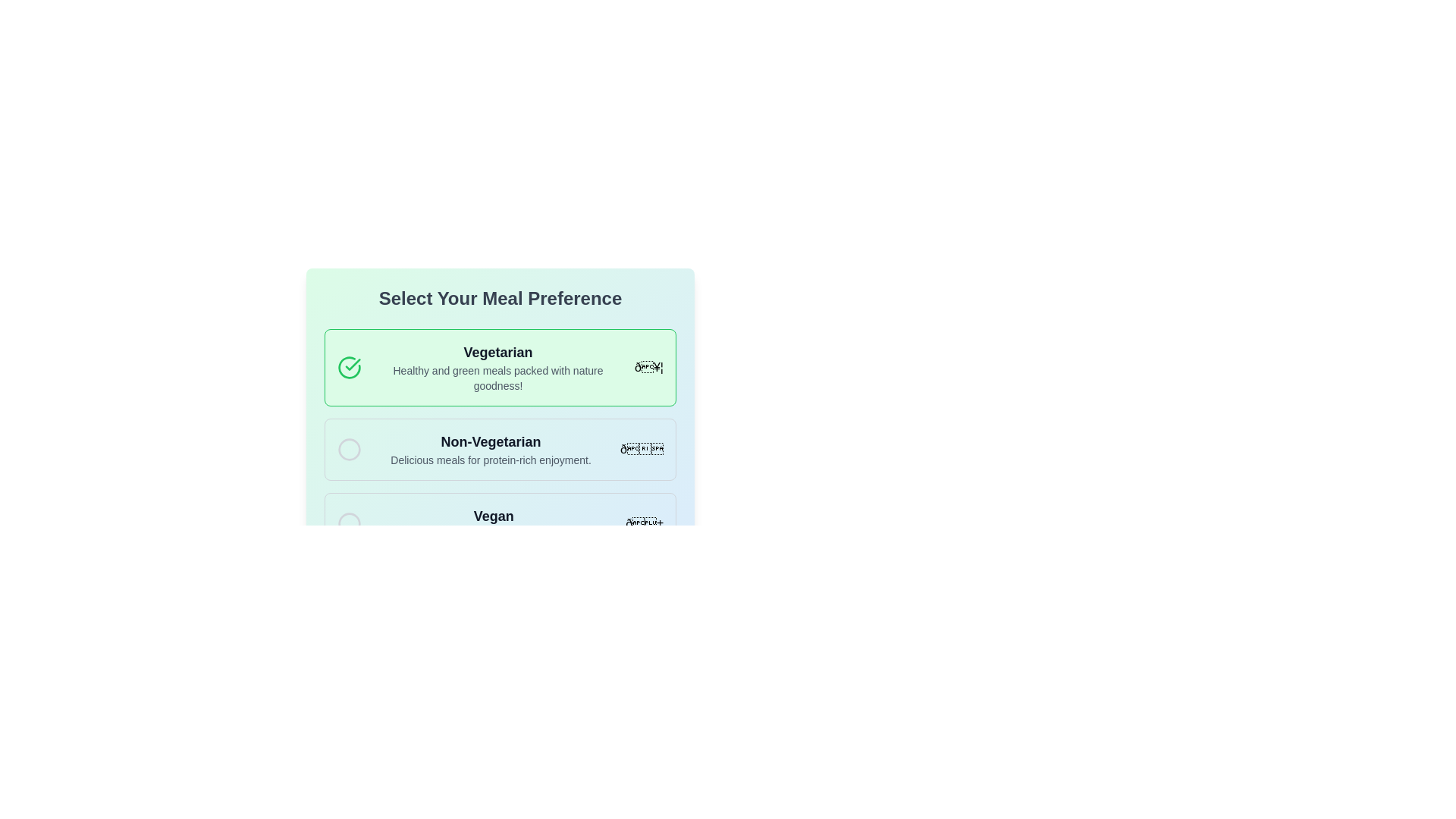  What do you see at coordinates (494, 522) in the screenshot?
I see `text block that provides information about the 'Vegan' meal preference option, which is positioned between the 'Non-Vegetarian' option and other meal choices` at bounding box center [494, 522].